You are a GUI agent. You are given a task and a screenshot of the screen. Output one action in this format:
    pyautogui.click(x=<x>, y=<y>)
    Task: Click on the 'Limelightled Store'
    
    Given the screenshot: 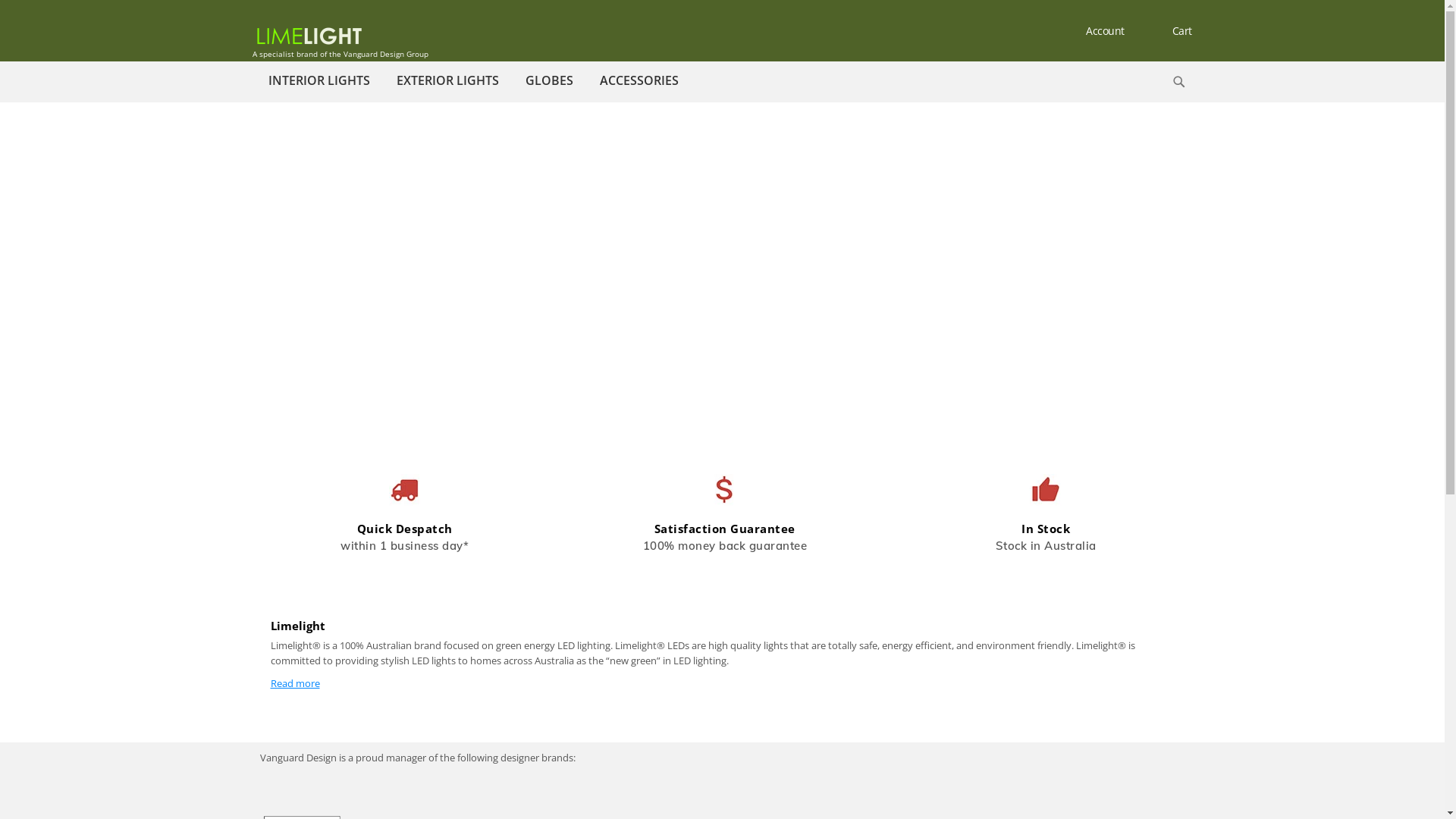 What is the action you would take?
    pyautogui.click(x=307, y=34)
    